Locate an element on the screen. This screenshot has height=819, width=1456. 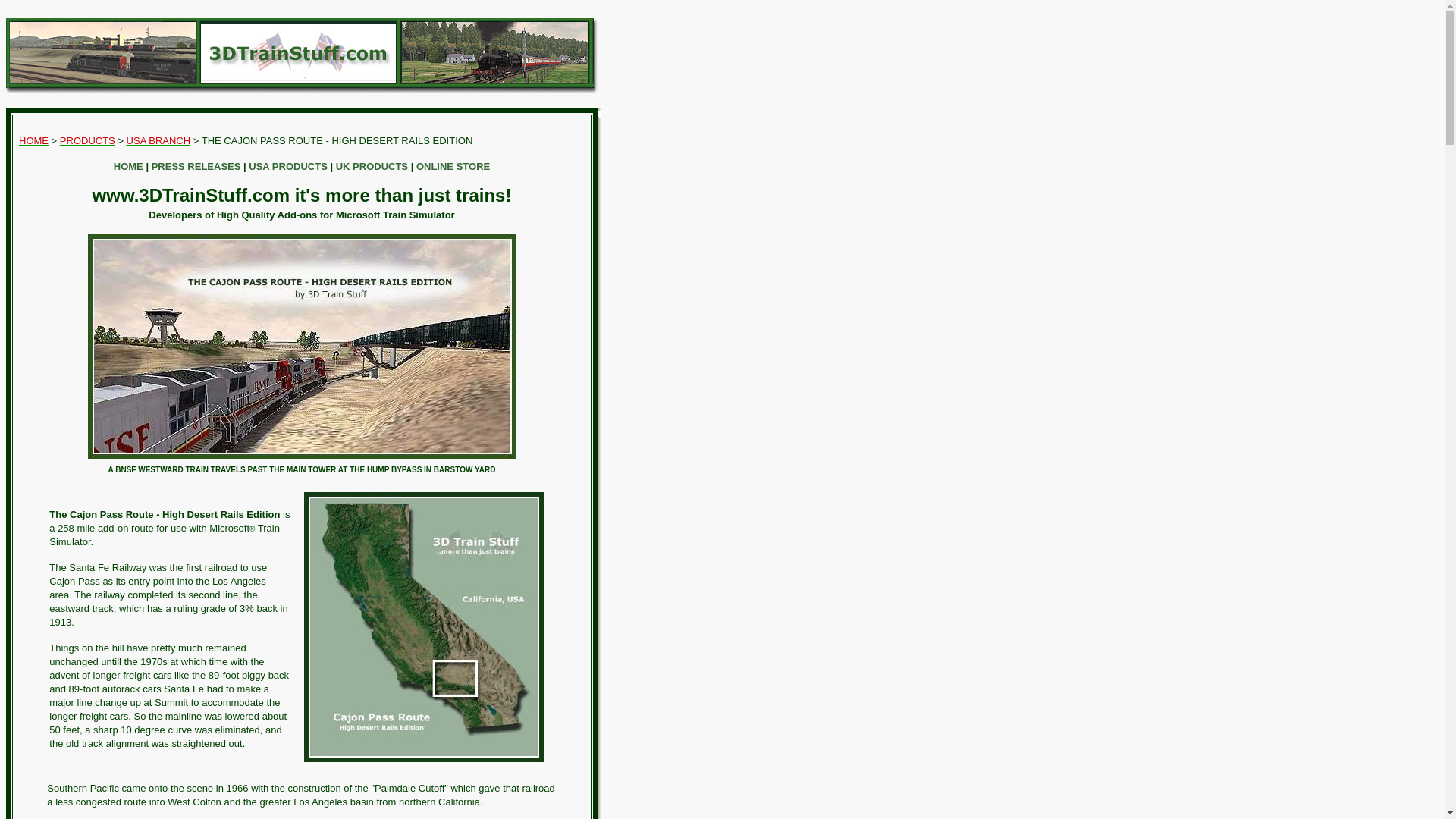
'ONLINE STORE' is located at coordinates (416, 166).